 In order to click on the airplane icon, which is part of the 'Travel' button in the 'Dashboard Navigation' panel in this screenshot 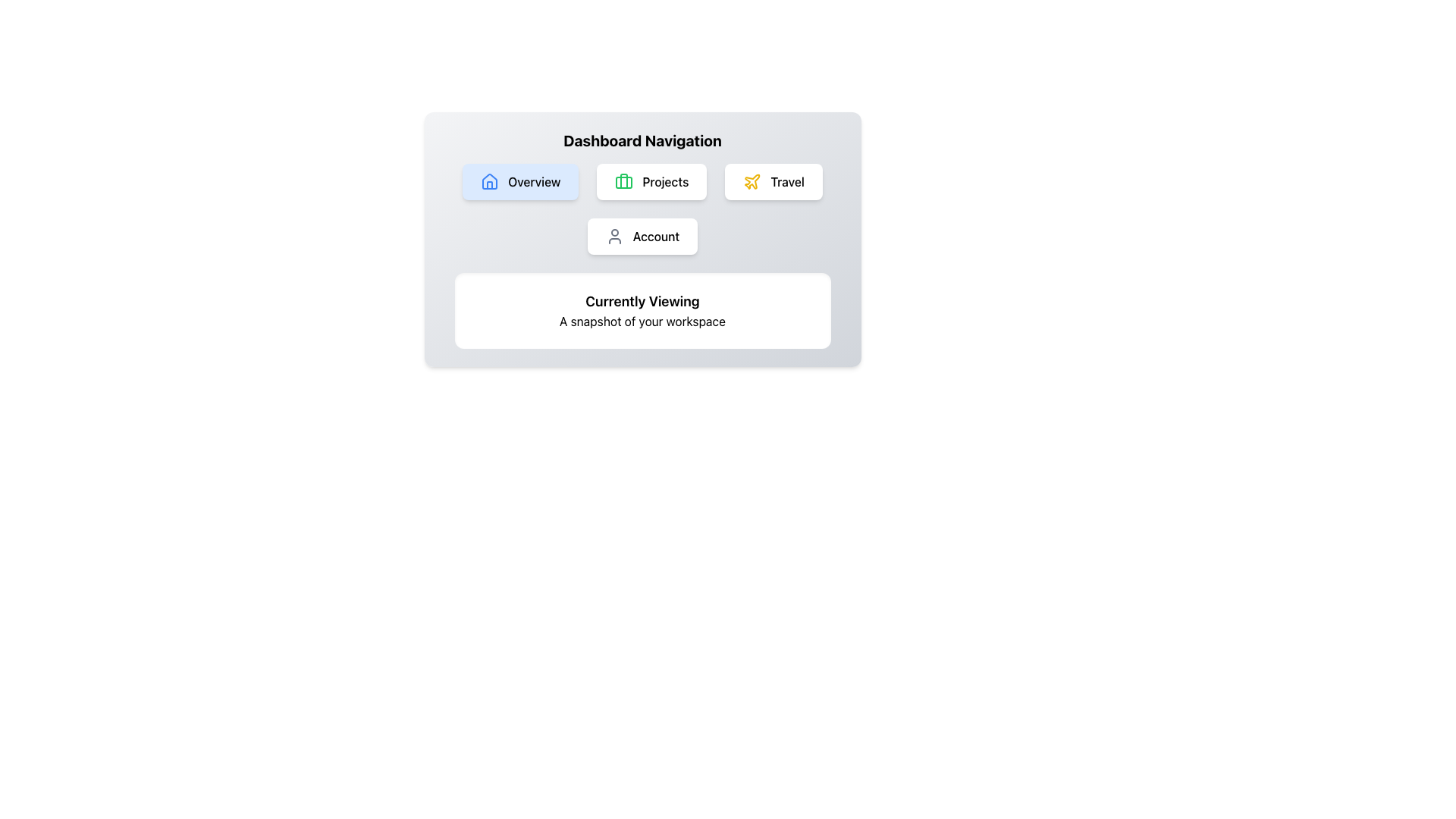, I will do `click(752, 180)`.